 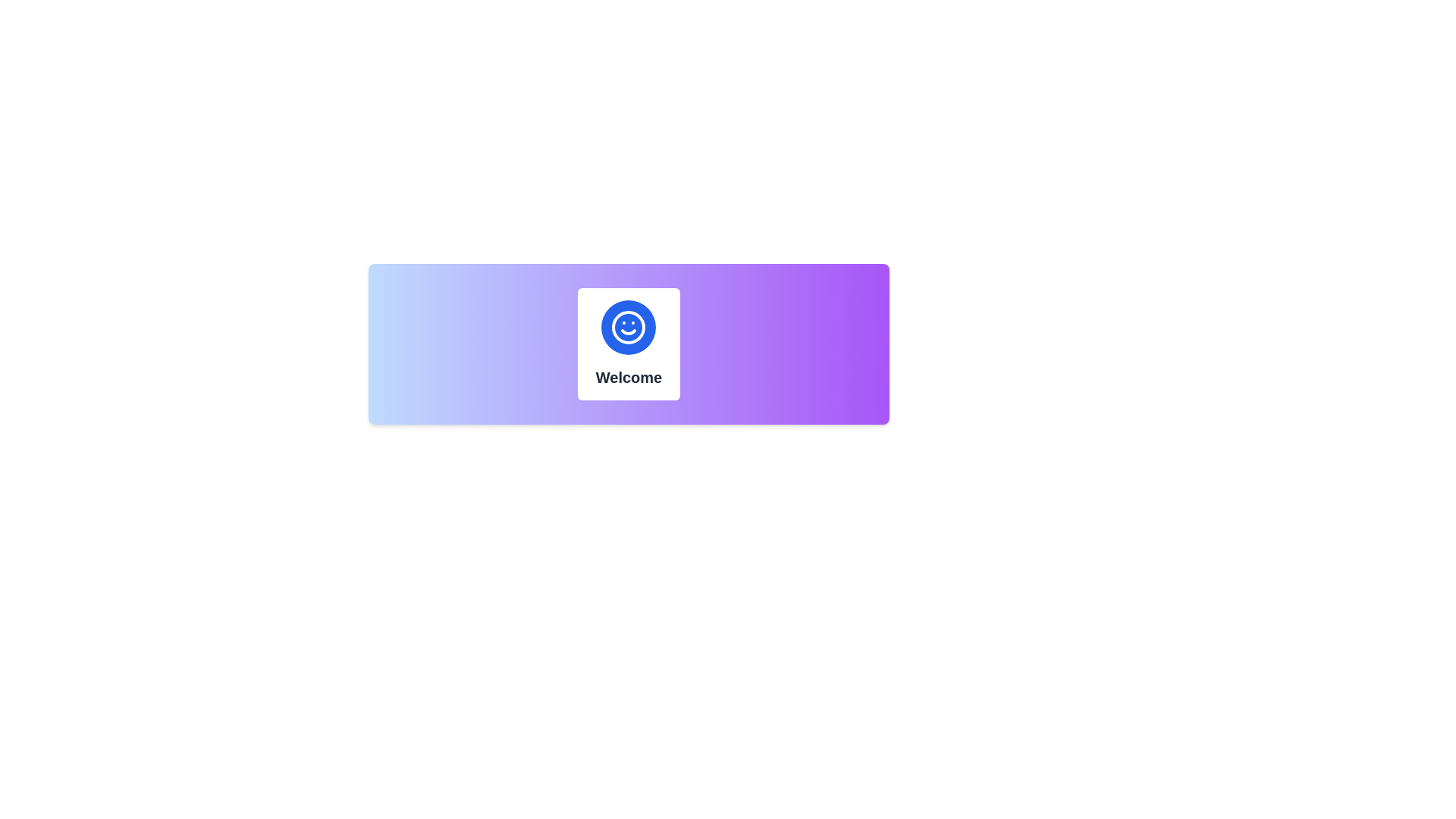 I want to click on the smiley face icon styled in an outlined SVG format, which is centrally located within a light blue-to-purple gradient box and above the text 'Welcome', so click(x=629, y=327).